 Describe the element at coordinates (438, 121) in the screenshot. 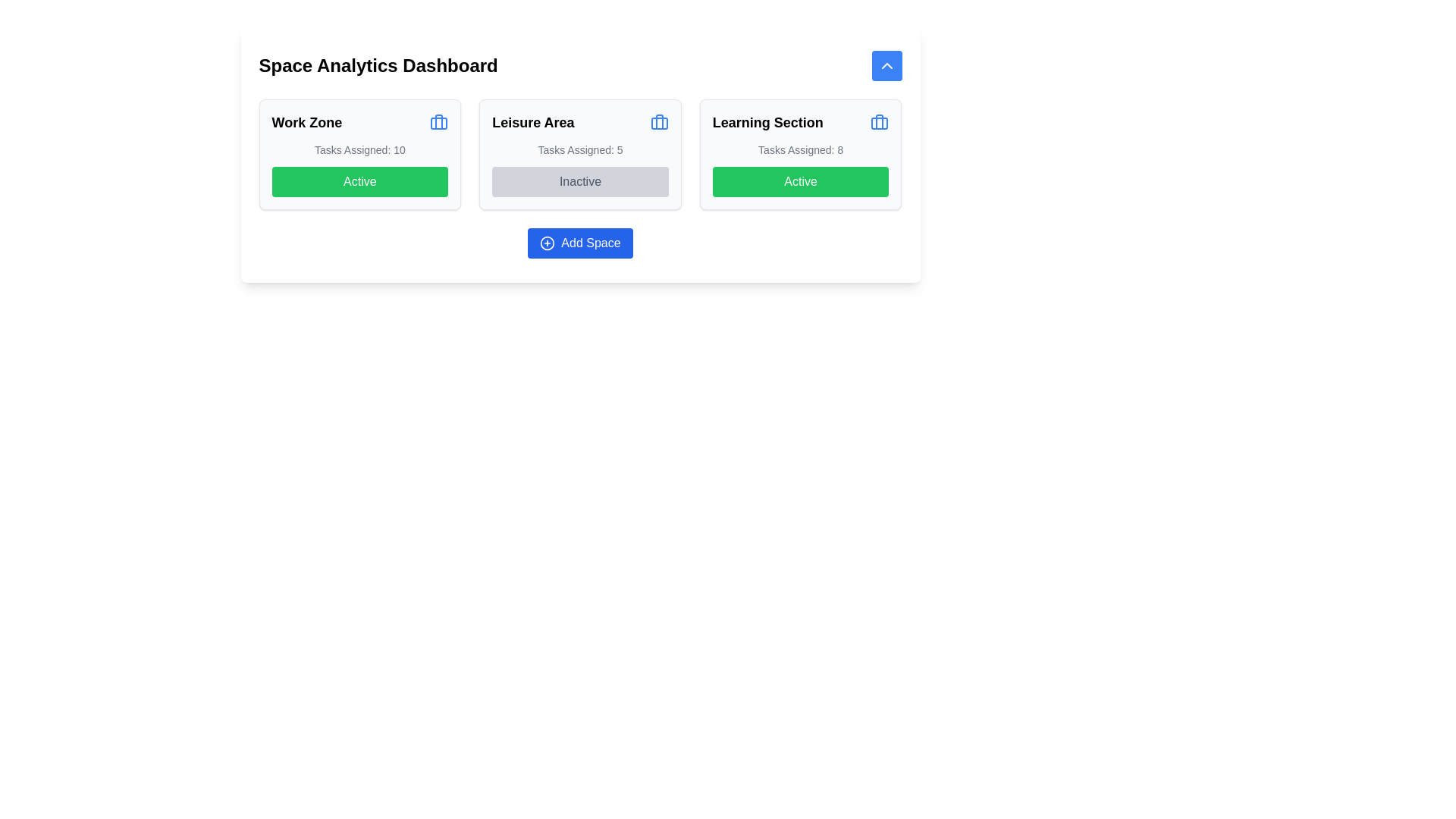

I see `the vertical line design within the briefcase icon located at the top right corner of the 'Work Zone' card` at that location.